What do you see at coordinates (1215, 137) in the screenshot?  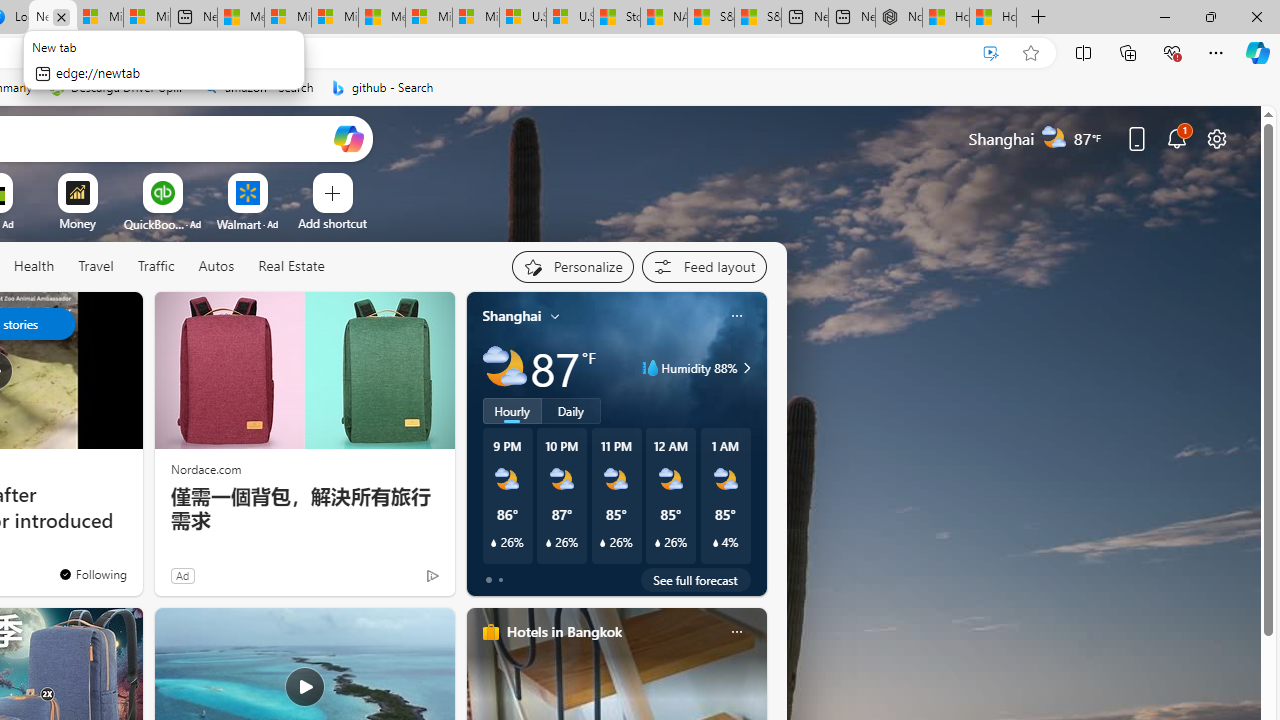 I see `'Page settings'` at bounding box center [1215, 137].